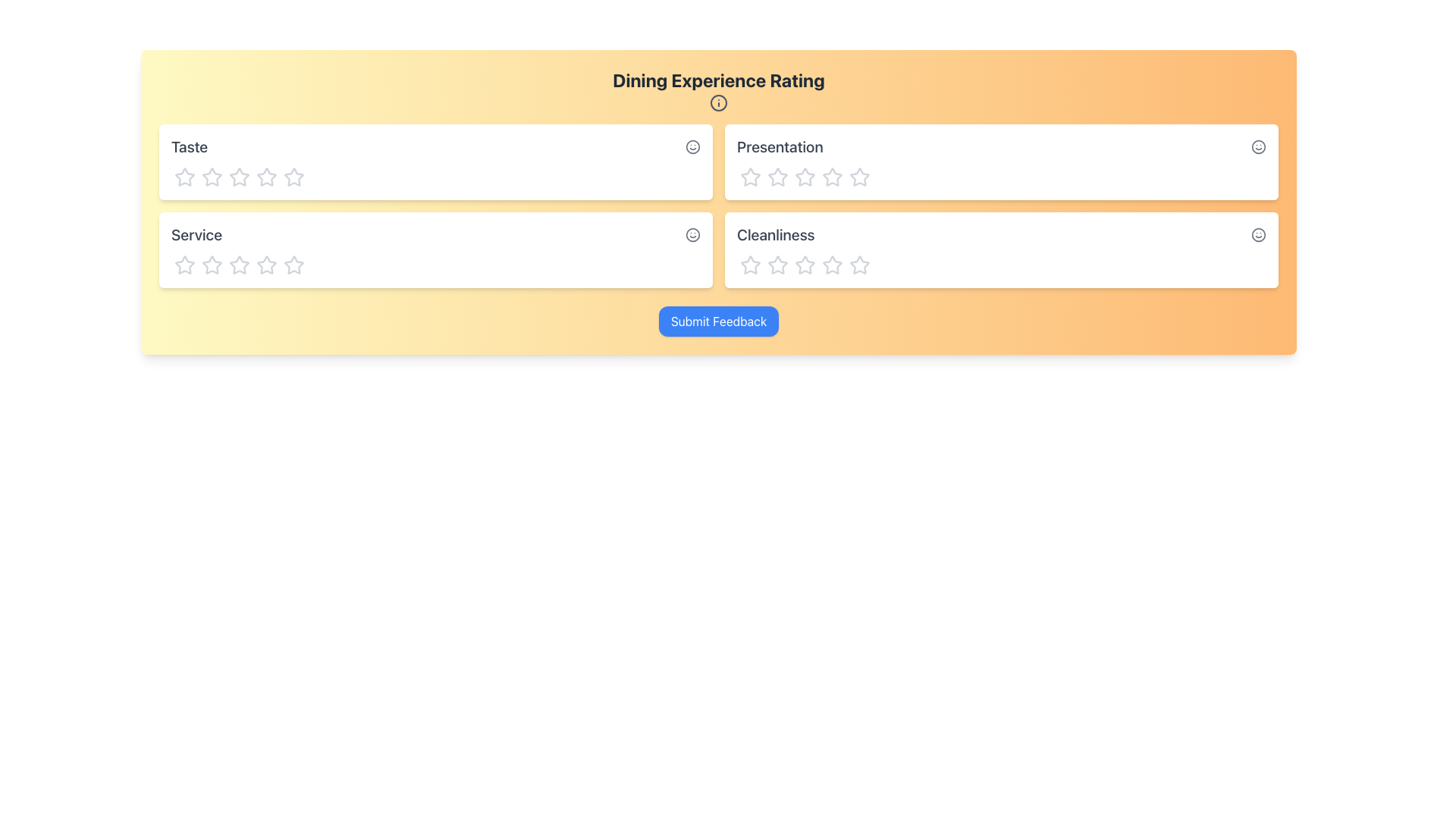  What do you see at coordinates (1001, 249) in the screenshot?
I see `the 'Cleanliness' rating input element` at bounding box center [1001, 249].